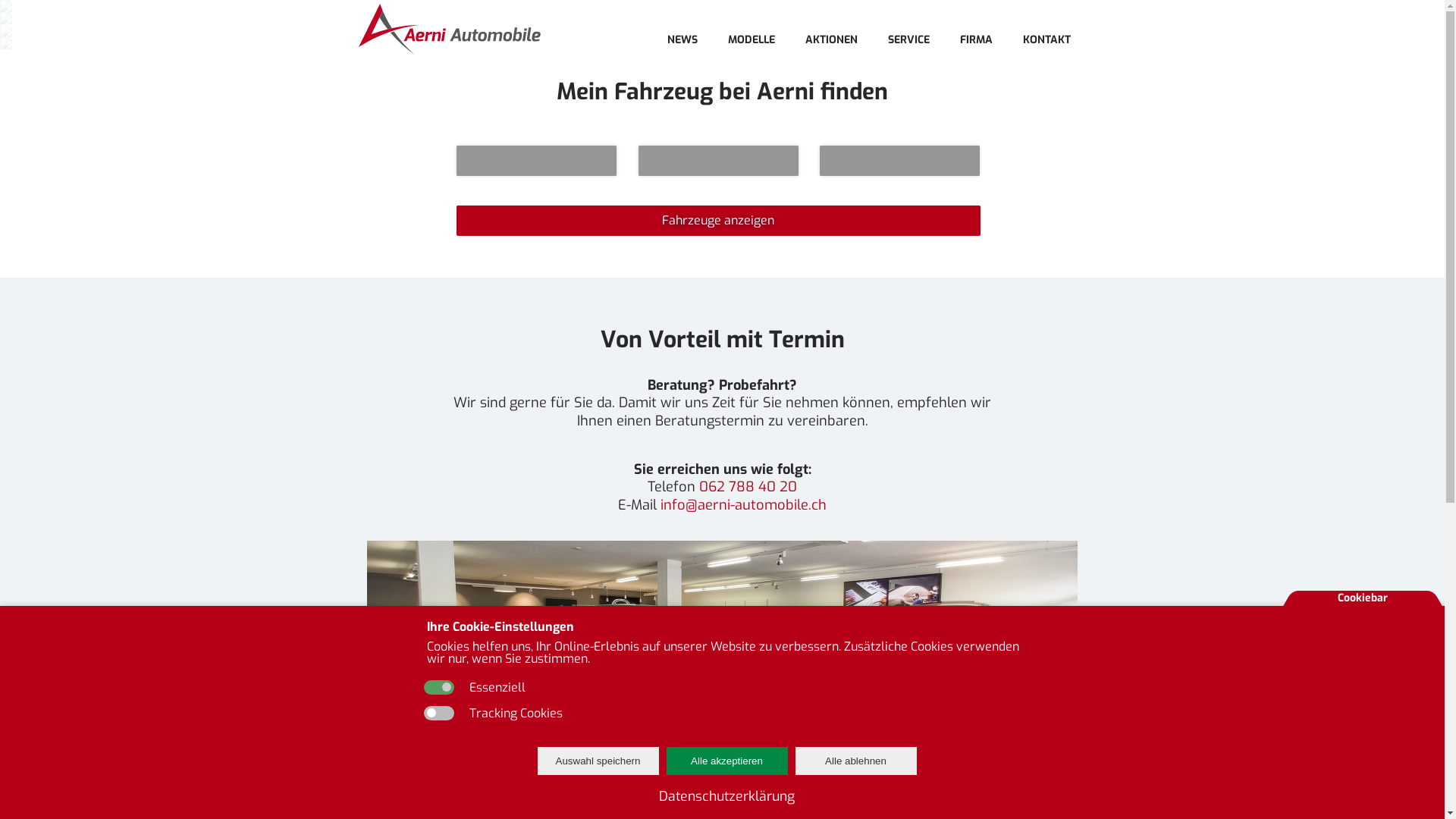 The width and height of the screenshot is (1456, 819). I want to click on 'KONTAKT', so click(1046, 39).